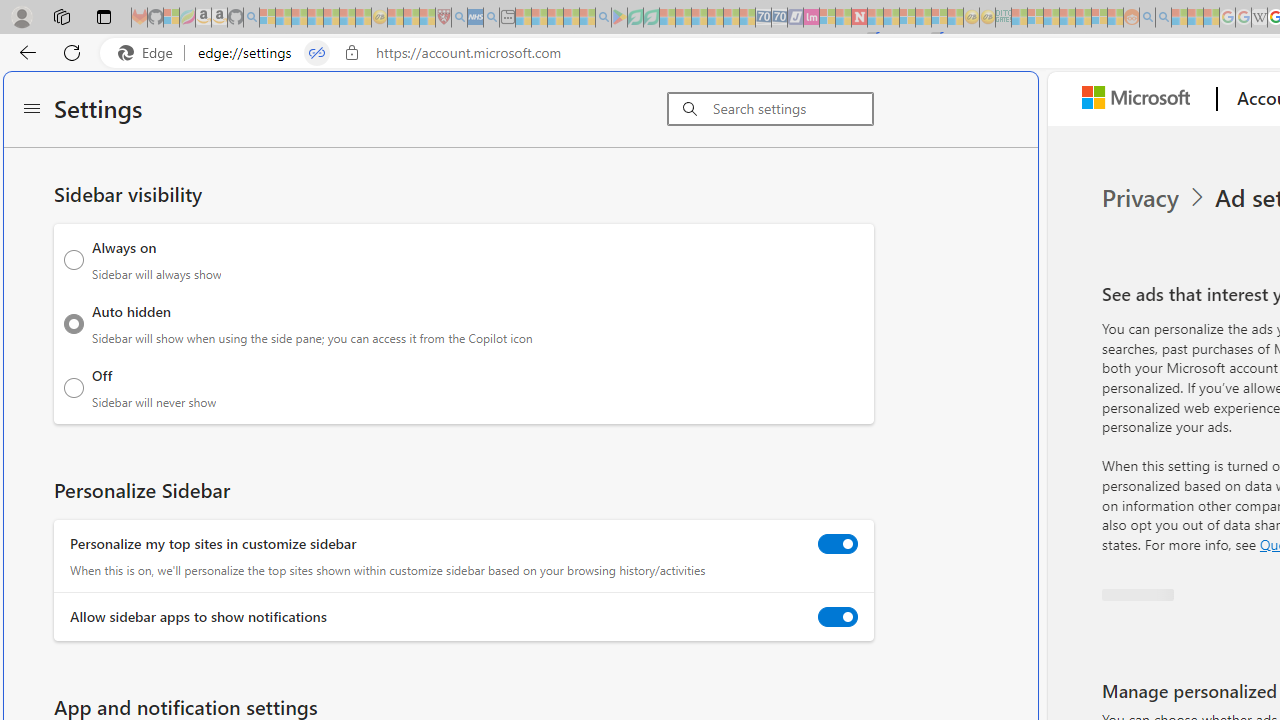 The image size is (1280, 720). Describe the element at coordinates (1003, 17) in the screenshot. I see `'DITOGAMES AG Imprint - Sleeping'` at that location.